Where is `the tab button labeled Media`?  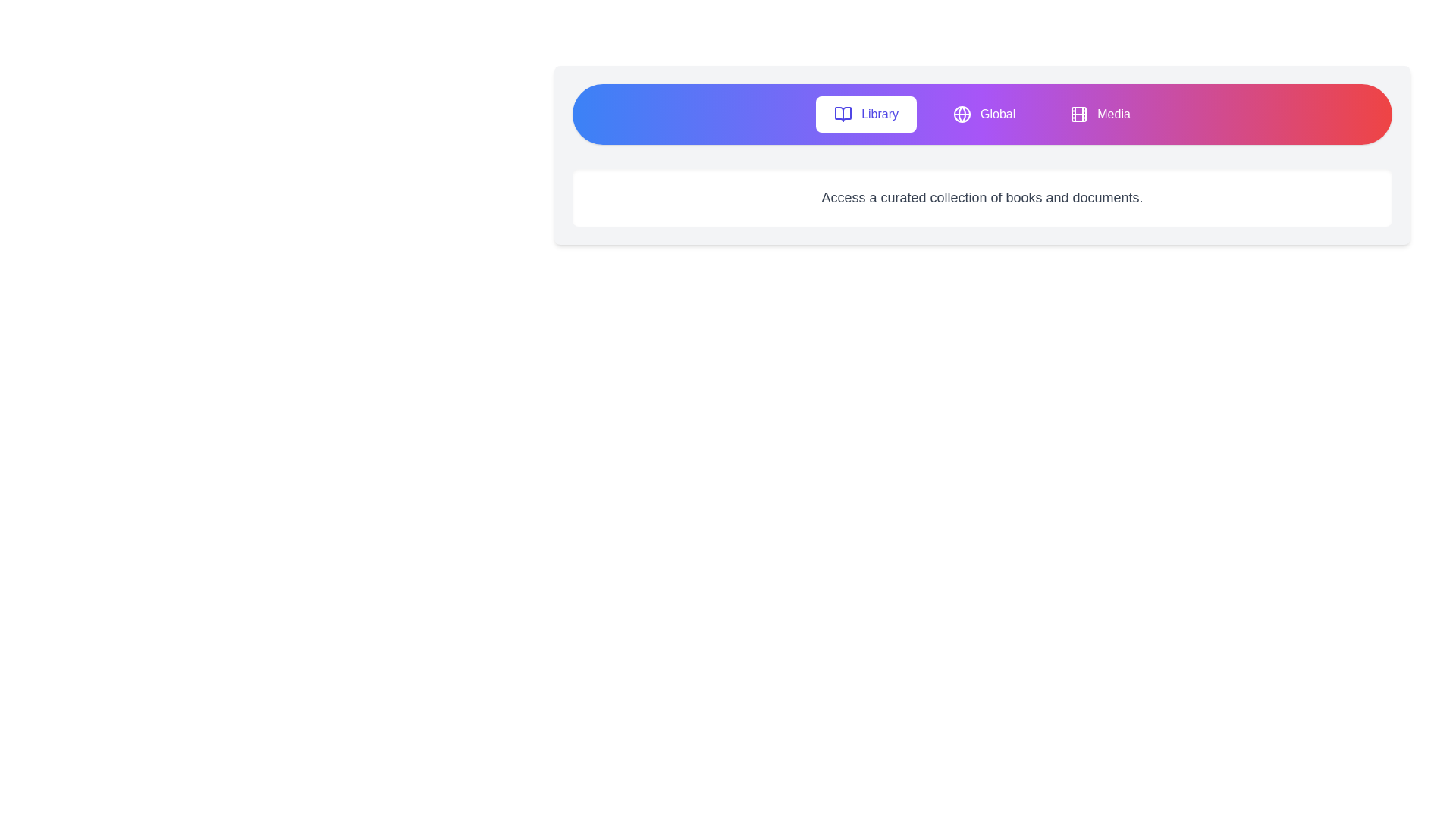
the tab button labeled Media is located at coordinates (1100, 113).